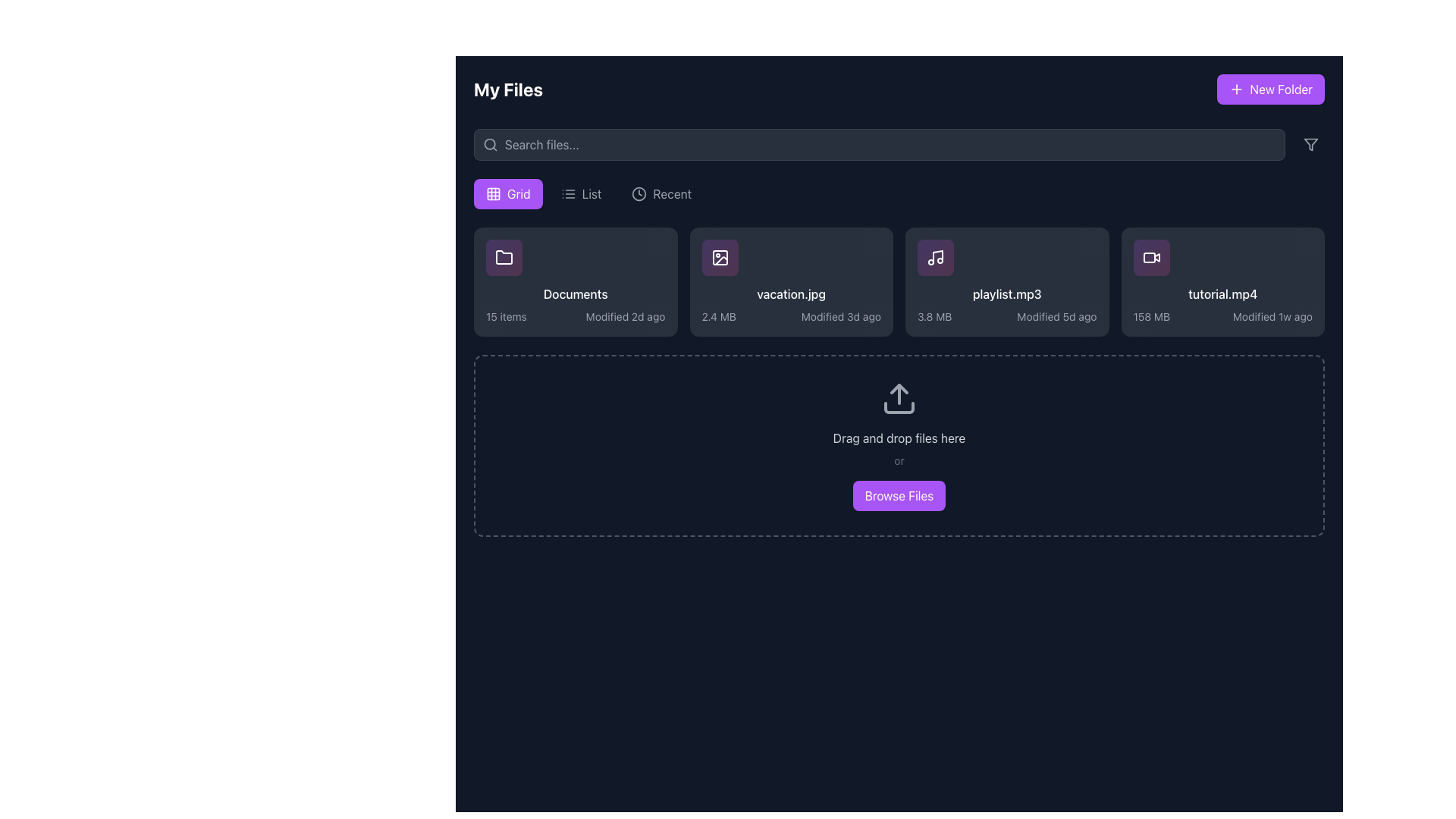  What do you see at coordinates (790, 294) in the screenshot?
I see `the text 'vacation.jpg'` at bounding box center [790, 294].